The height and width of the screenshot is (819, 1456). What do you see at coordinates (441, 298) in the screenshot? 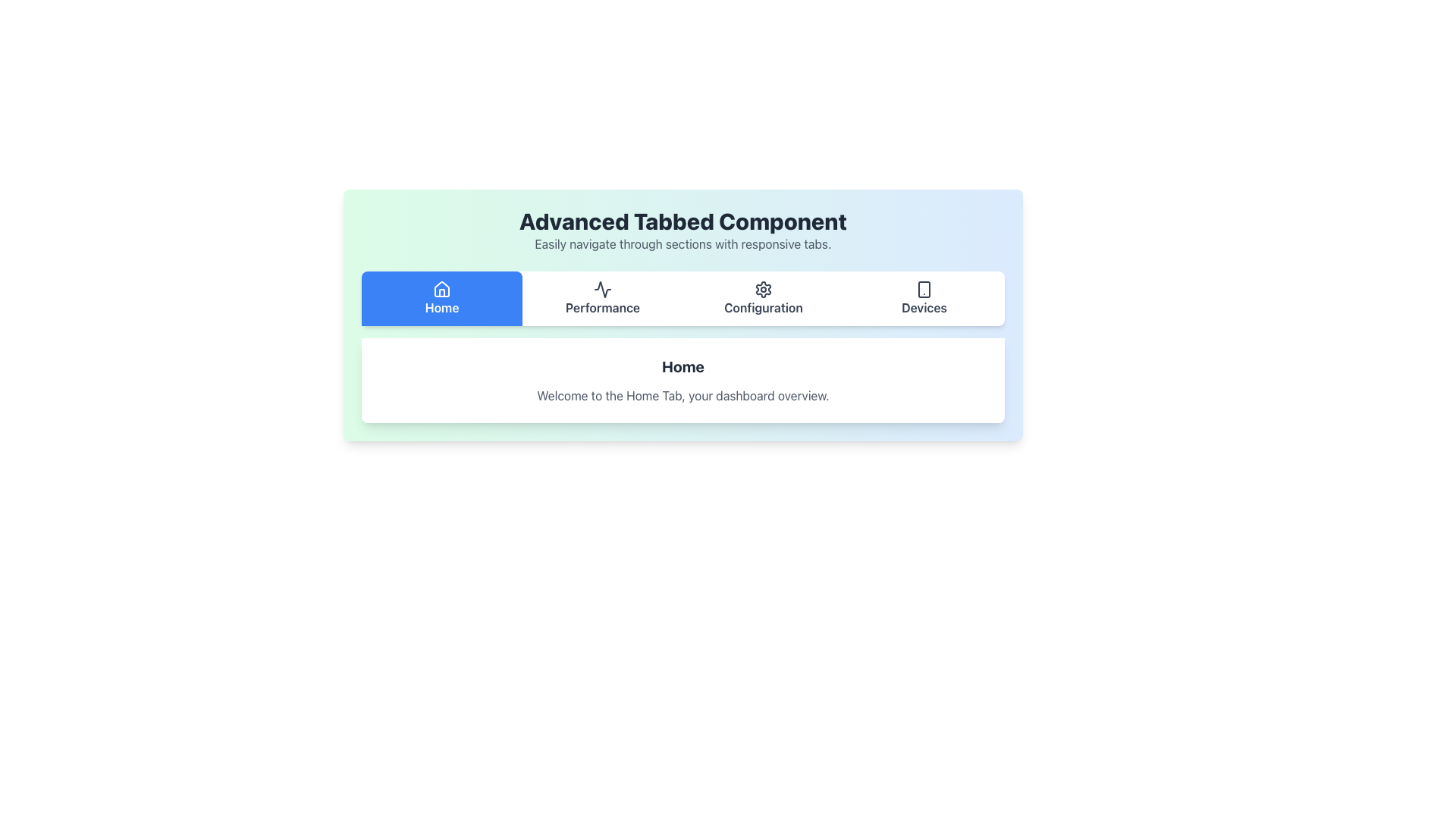
I see `the 'Home' tab in the tabbed navigation bar, which has a blue background, white text, and a house icon` at bounding box center [441, 298].